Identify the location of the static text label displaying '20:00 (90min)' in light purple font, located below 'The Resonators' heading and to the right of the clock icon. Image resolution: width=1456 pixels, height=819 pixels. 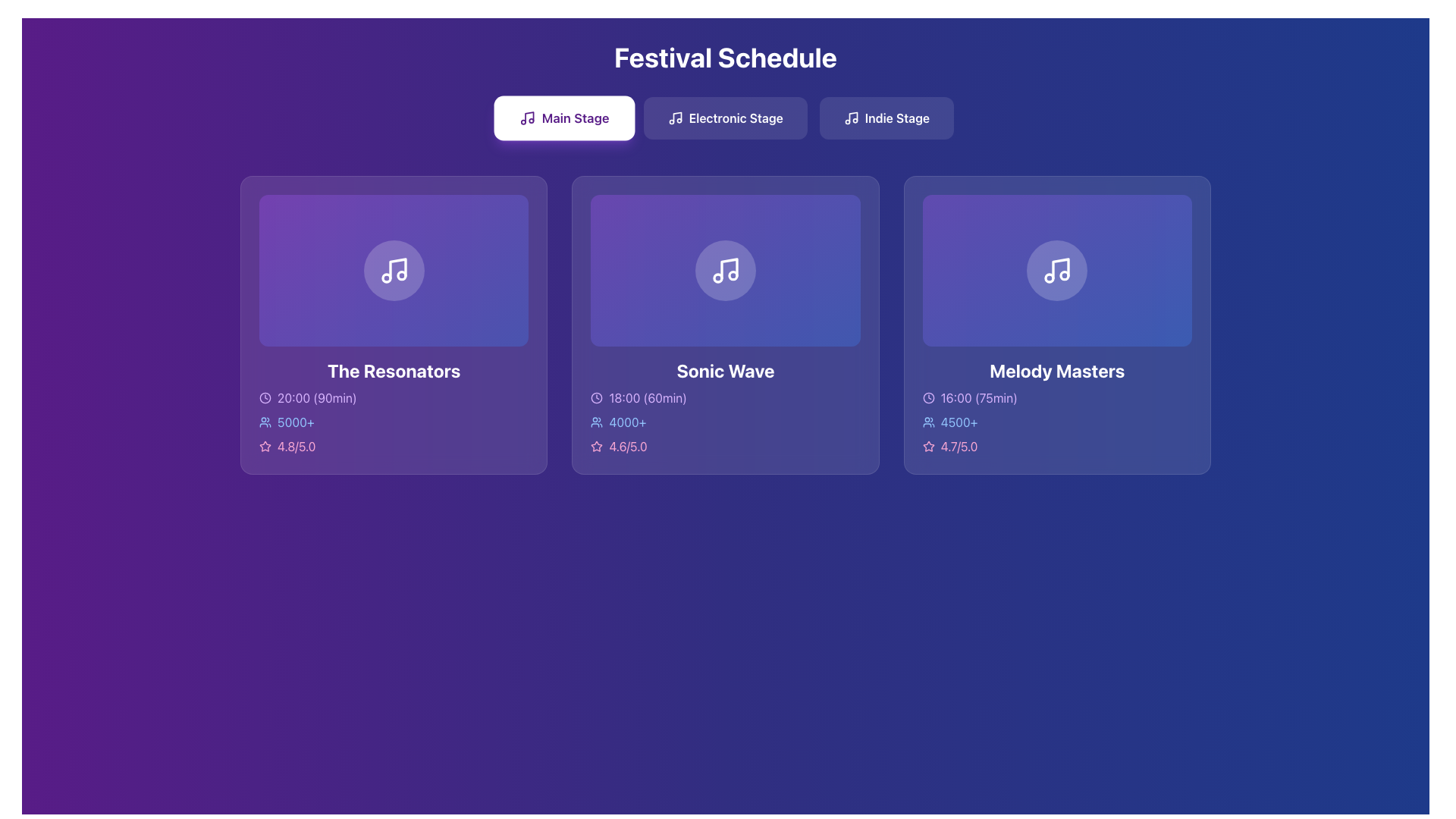
(316, 397).